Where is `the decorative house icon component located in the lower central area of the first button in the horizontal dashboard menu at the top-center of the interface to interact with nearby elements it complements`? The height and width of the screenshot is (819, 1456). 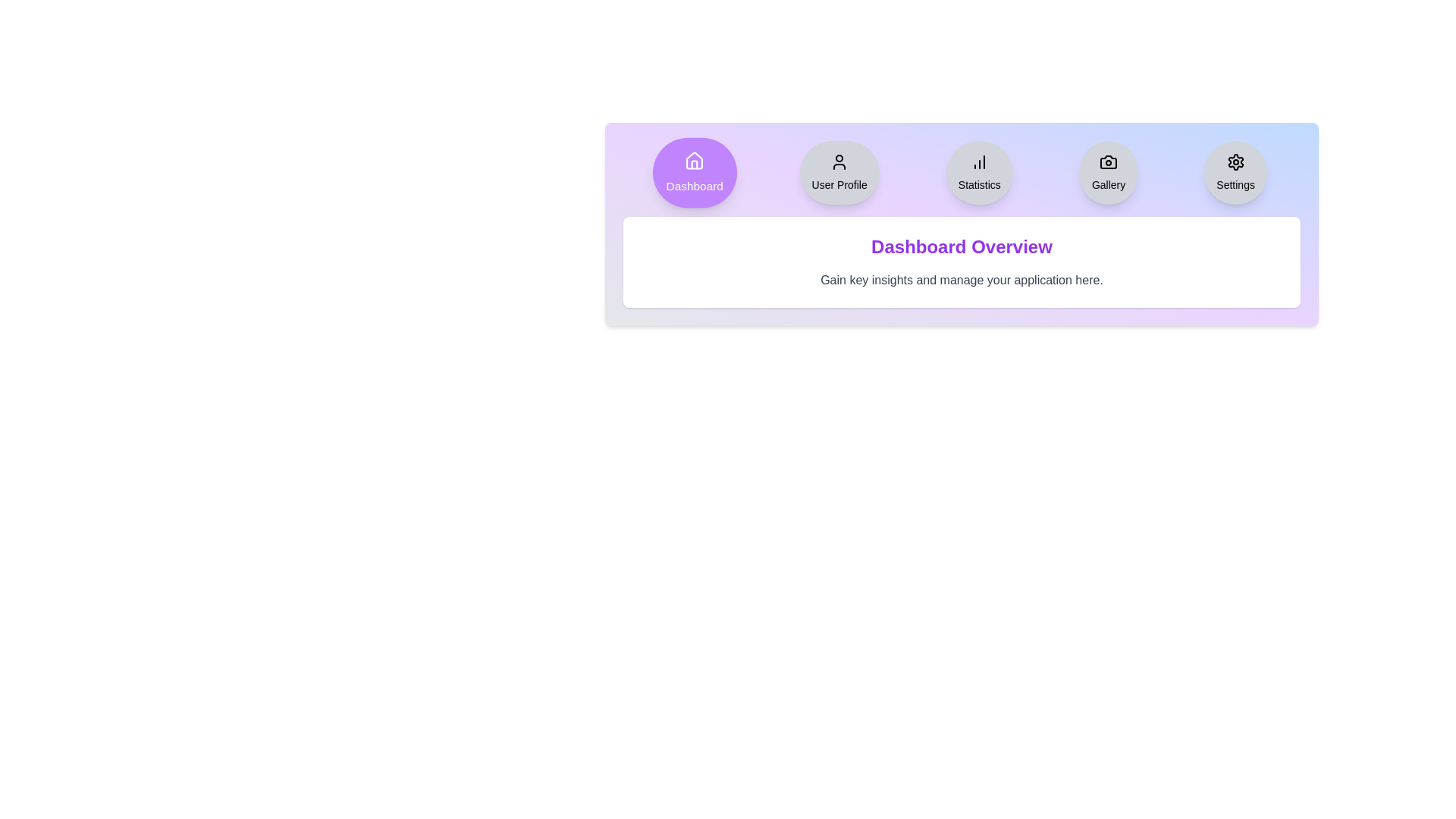
the decorative house icon component located in the lower central area of the first button in the horizontal dashboard menu at the top-center of the interface to interact with nearby elements it complements is located at coordinates (694, 165).